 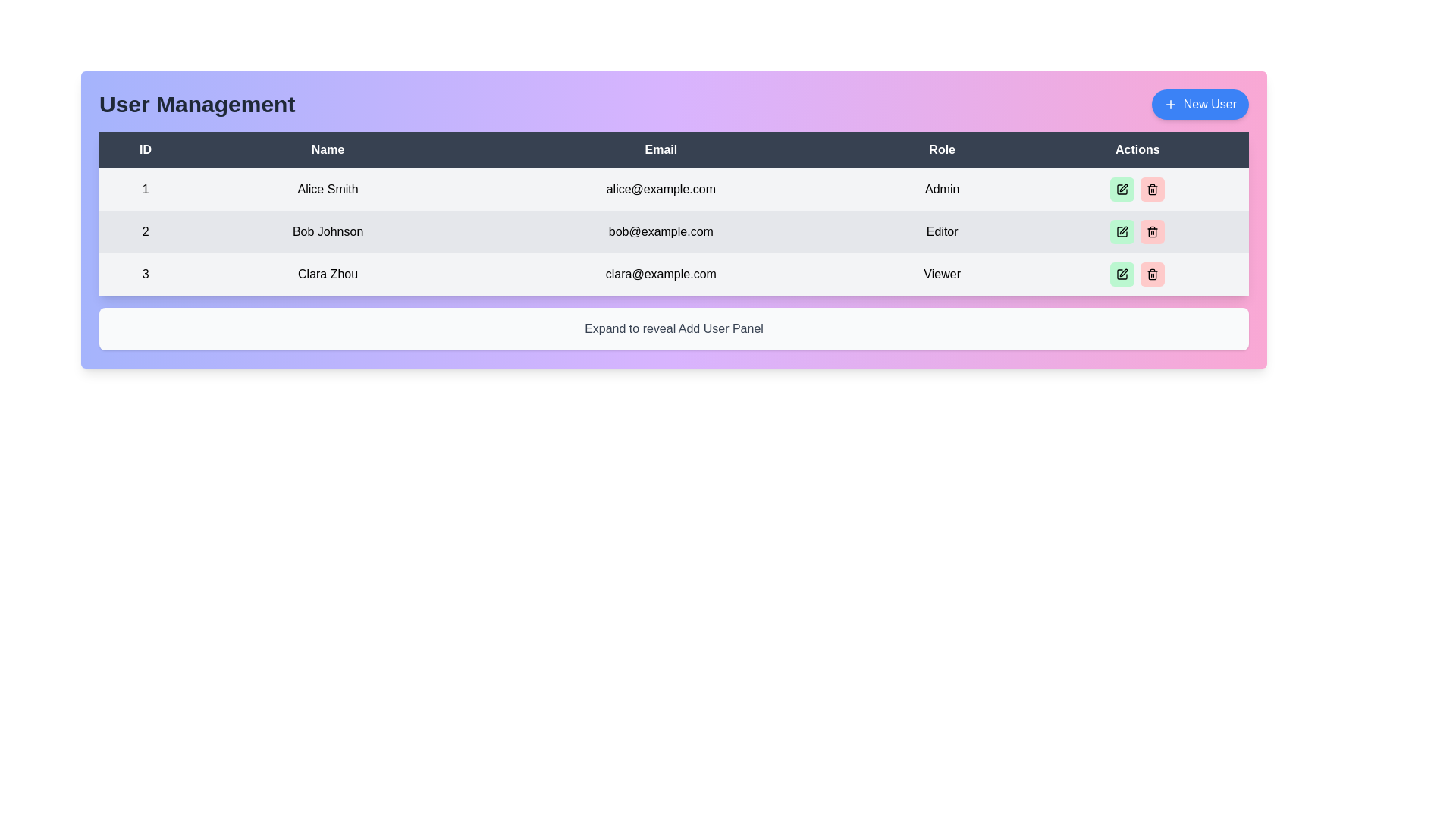 What do you see at coordinates (1153, 231) in the screenshot?
I see `the trash bin icon button in the Actions column for the user 'Bob Johnson' to initiate the delete action` at bounding box center [1153, 231].